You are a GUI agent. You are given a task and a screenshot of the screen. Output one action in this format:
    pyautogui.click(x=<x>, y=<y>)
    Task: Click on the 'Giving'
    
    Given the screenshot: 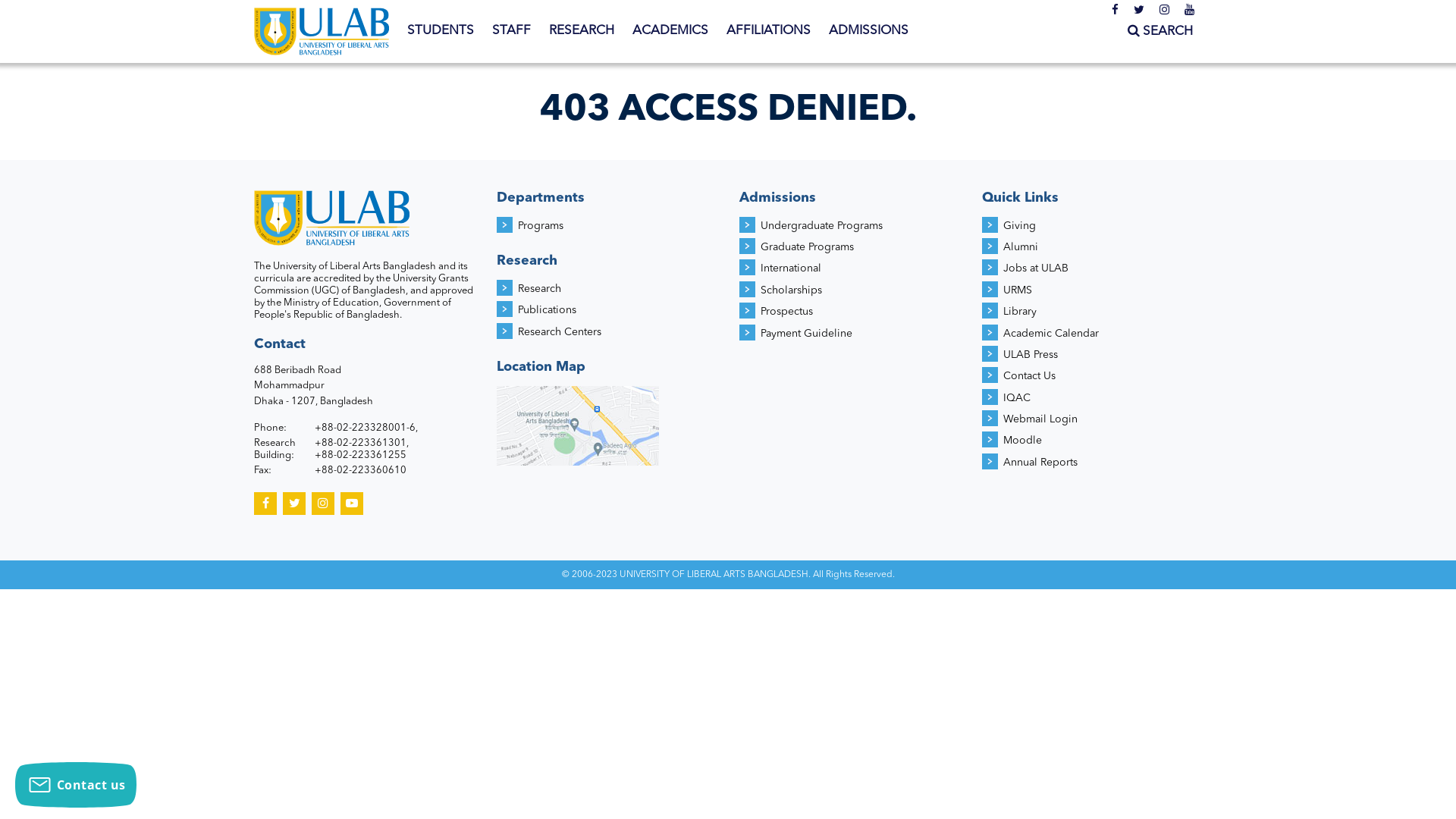 What is the action you would take?
    pyautogui.click(x=1003, y=225)
    